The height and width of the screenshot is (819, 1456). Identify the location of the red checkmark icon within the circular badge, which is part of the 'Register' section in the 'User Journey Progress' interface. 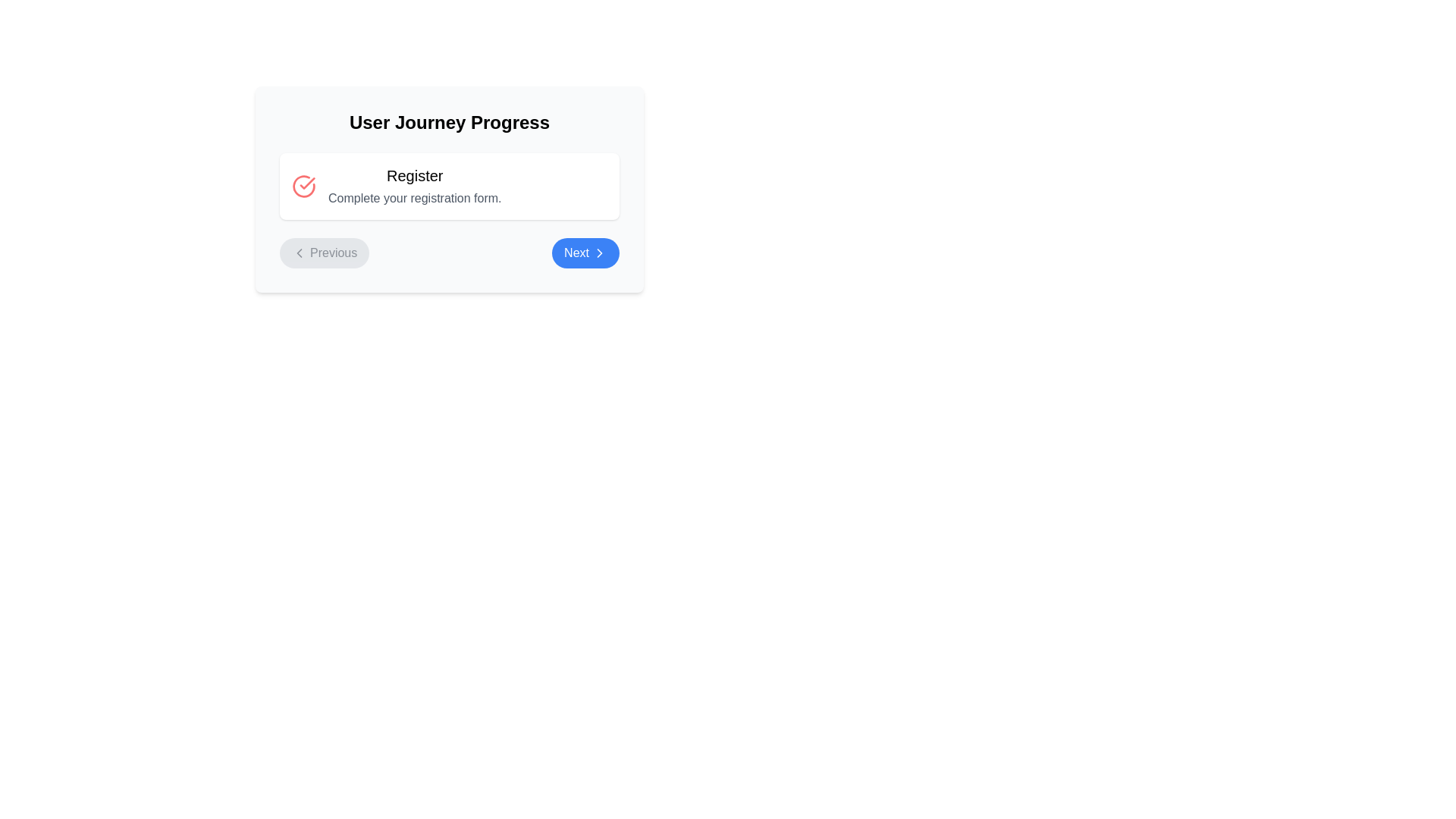
(306, 183).